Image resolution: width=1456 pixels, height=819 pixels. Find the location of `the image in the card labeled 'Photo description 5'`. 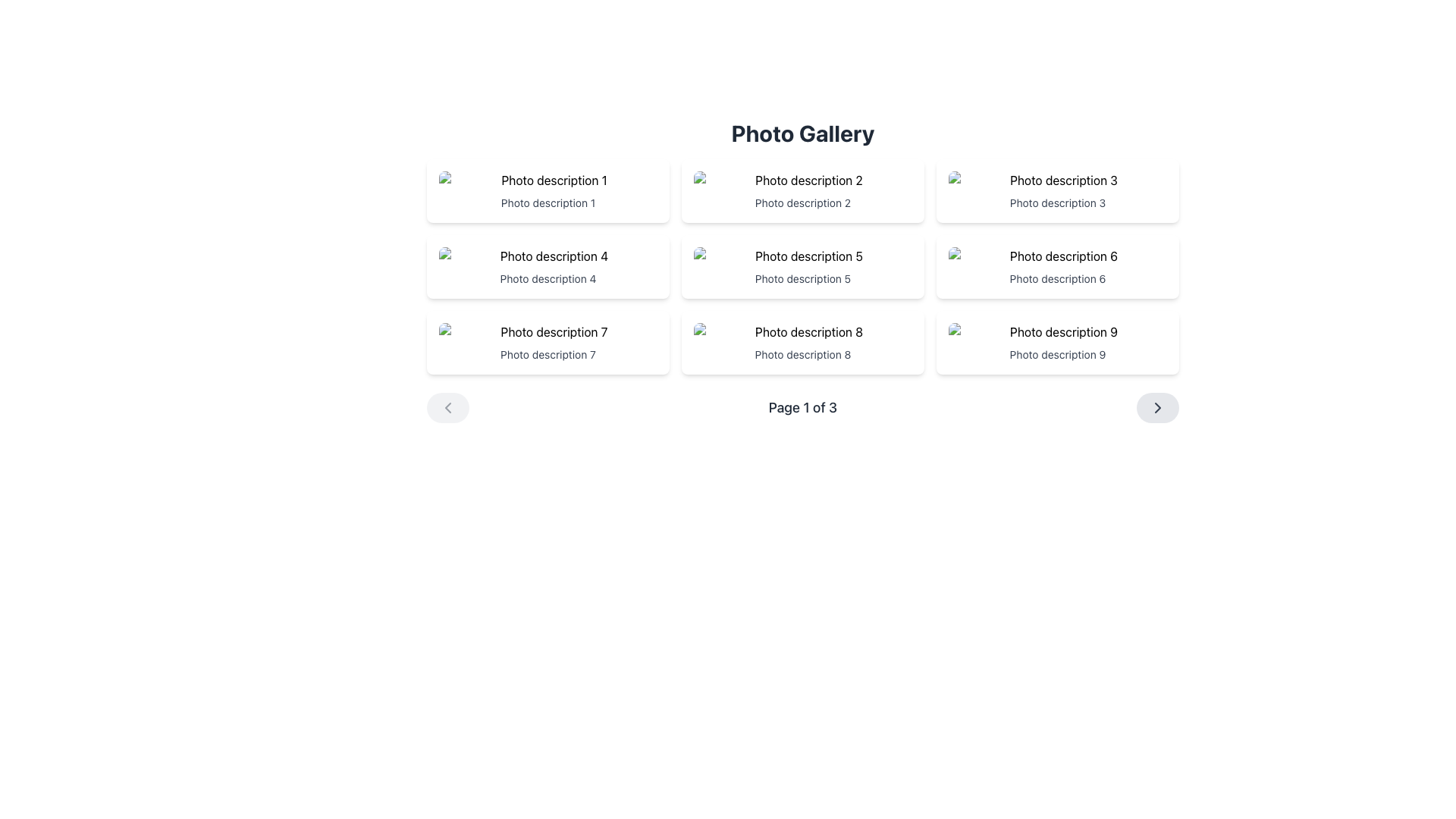

the image in the card labeled 'Photo description 5' is located at coordinates (802, 256).